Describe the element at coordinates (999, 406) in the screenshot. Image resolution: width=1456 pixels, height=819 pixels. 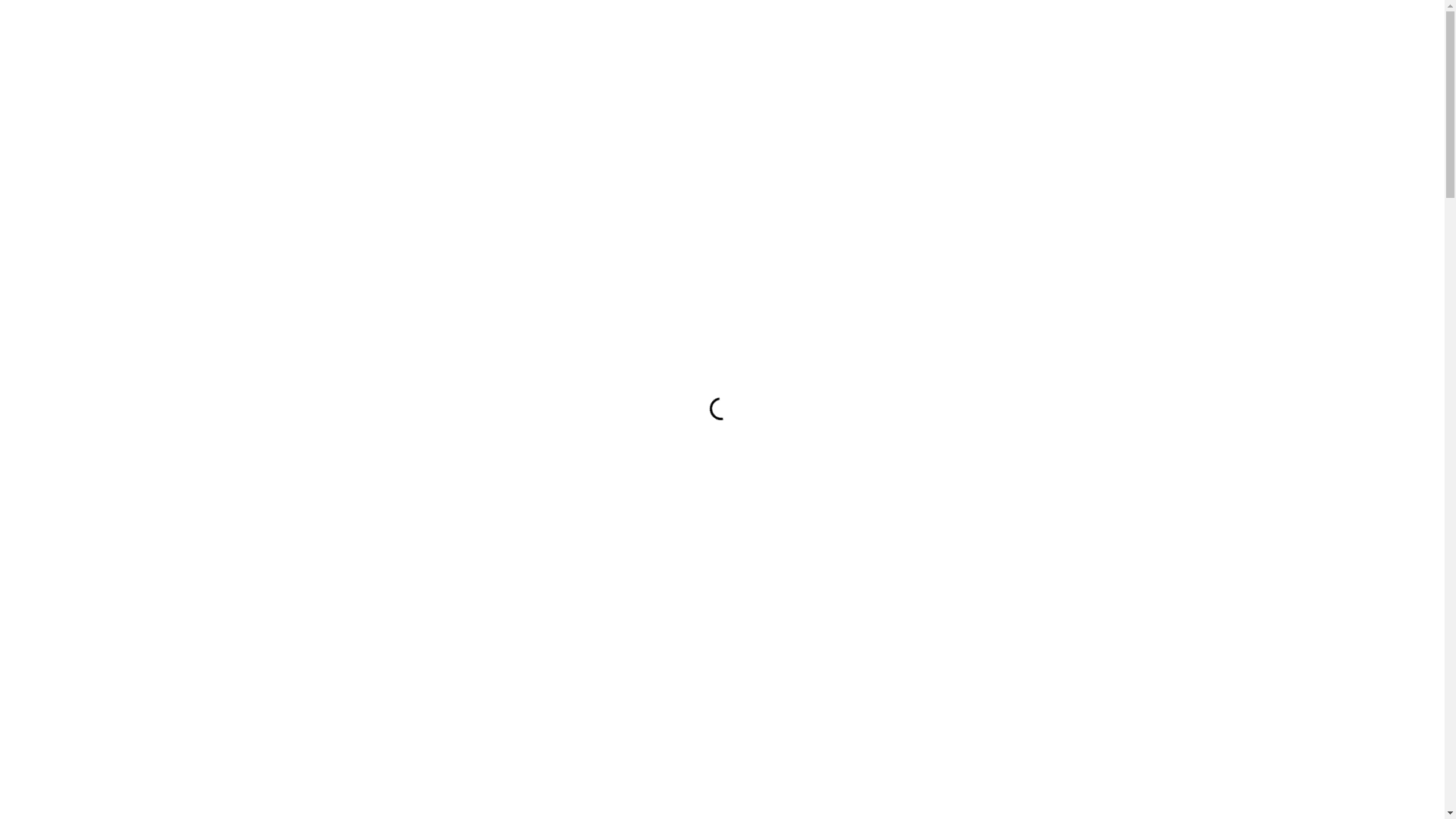
I see `'Musikalische Leitung'` at that location.